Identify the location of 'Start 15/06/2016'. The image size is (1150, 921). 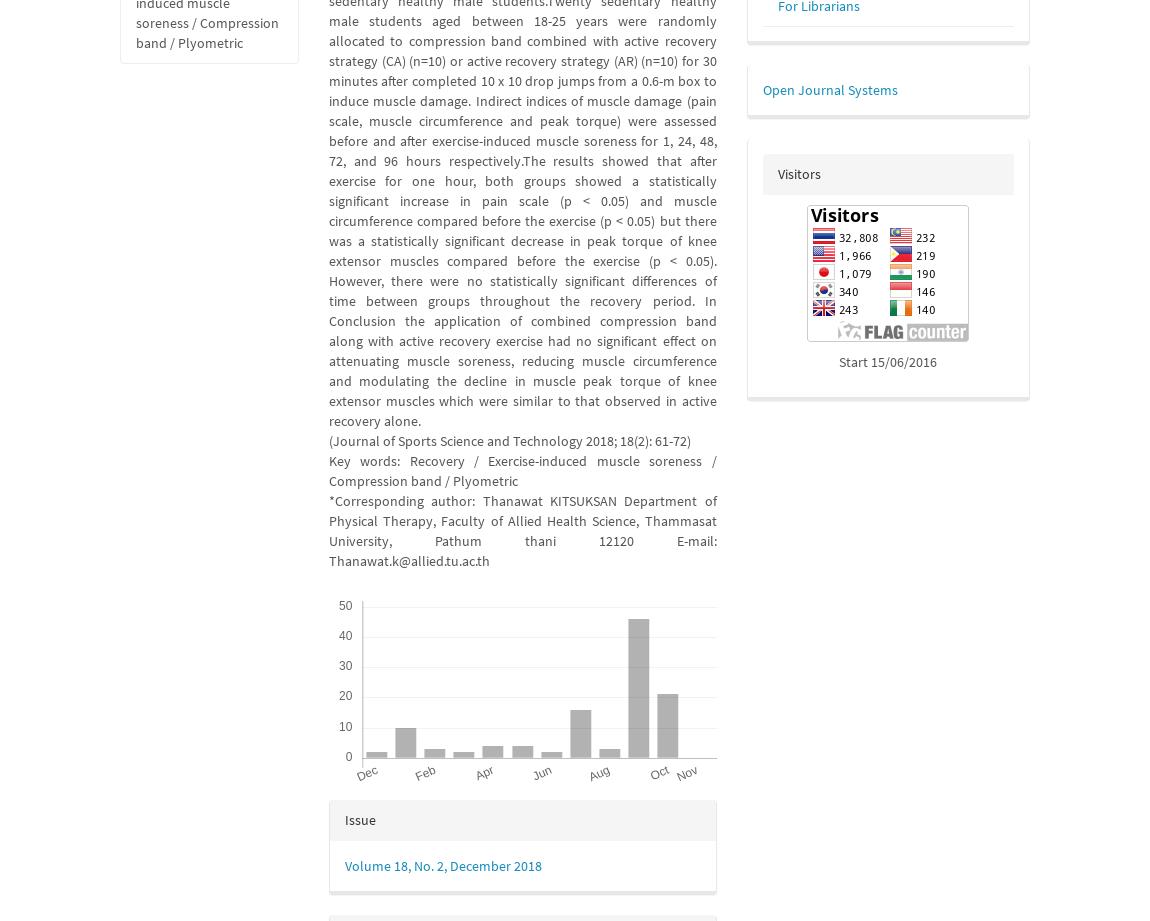
(888, 362).